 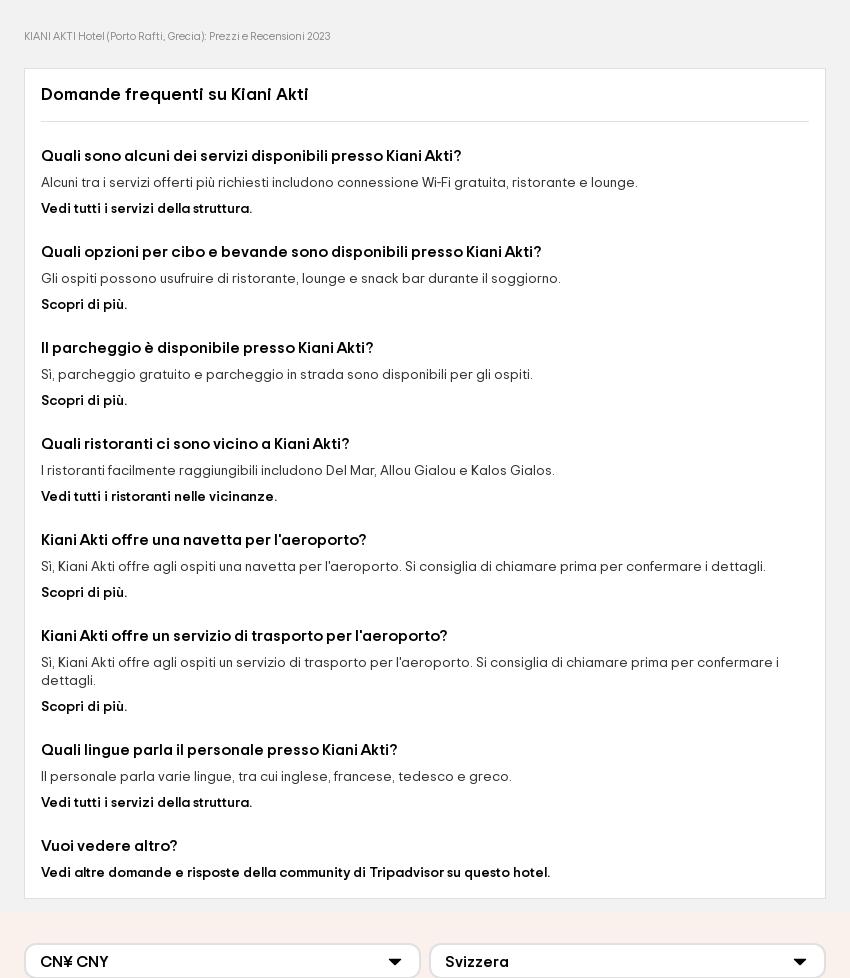 I want to click on 'Kiani Akti offre una navetta per l'aeroporto?', so click(x=202, y=539).